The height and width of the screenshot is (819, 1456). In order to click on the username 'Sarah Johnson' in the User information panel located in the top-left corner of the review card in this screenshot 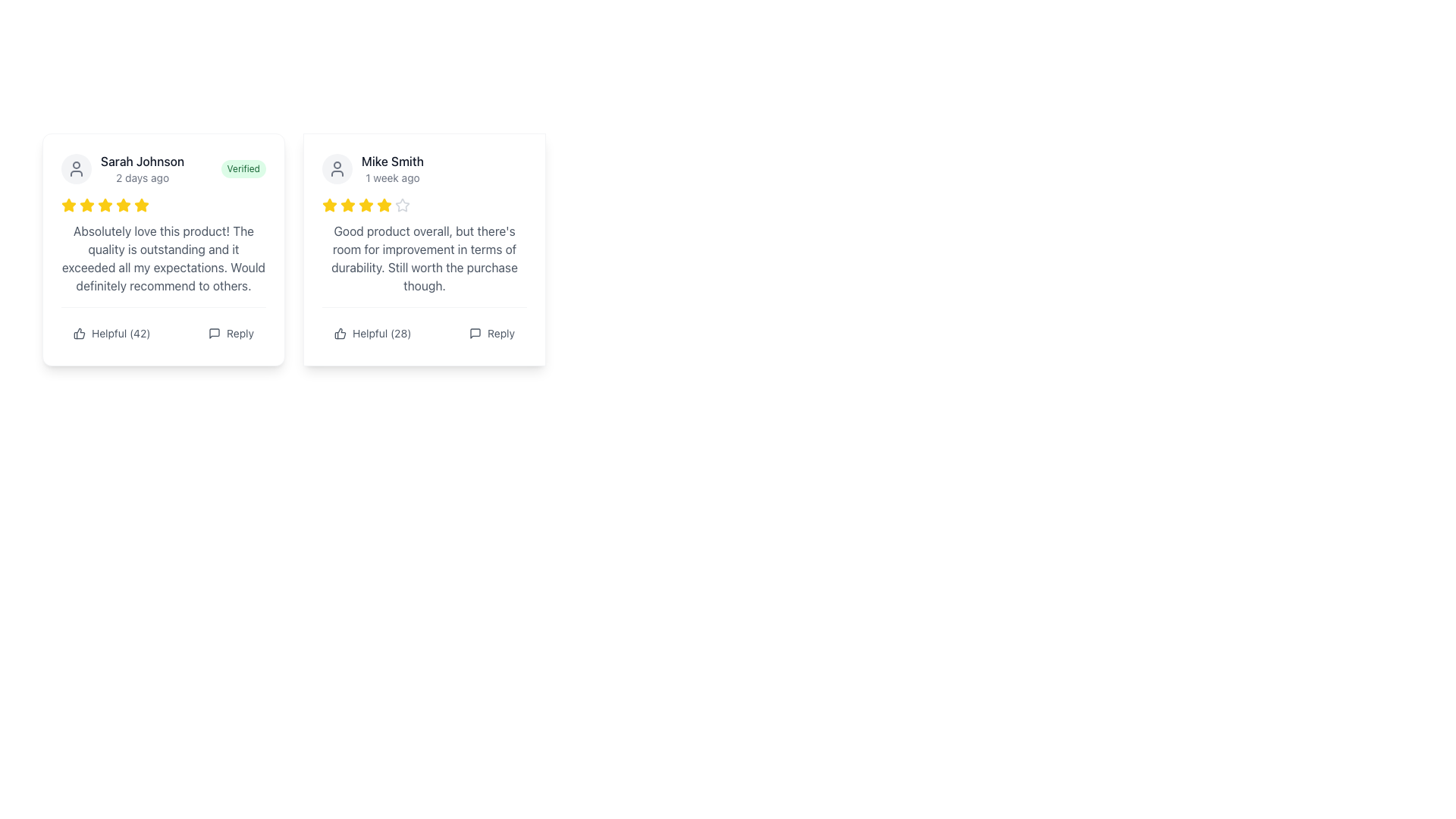, I will do `click(164, 169)`.